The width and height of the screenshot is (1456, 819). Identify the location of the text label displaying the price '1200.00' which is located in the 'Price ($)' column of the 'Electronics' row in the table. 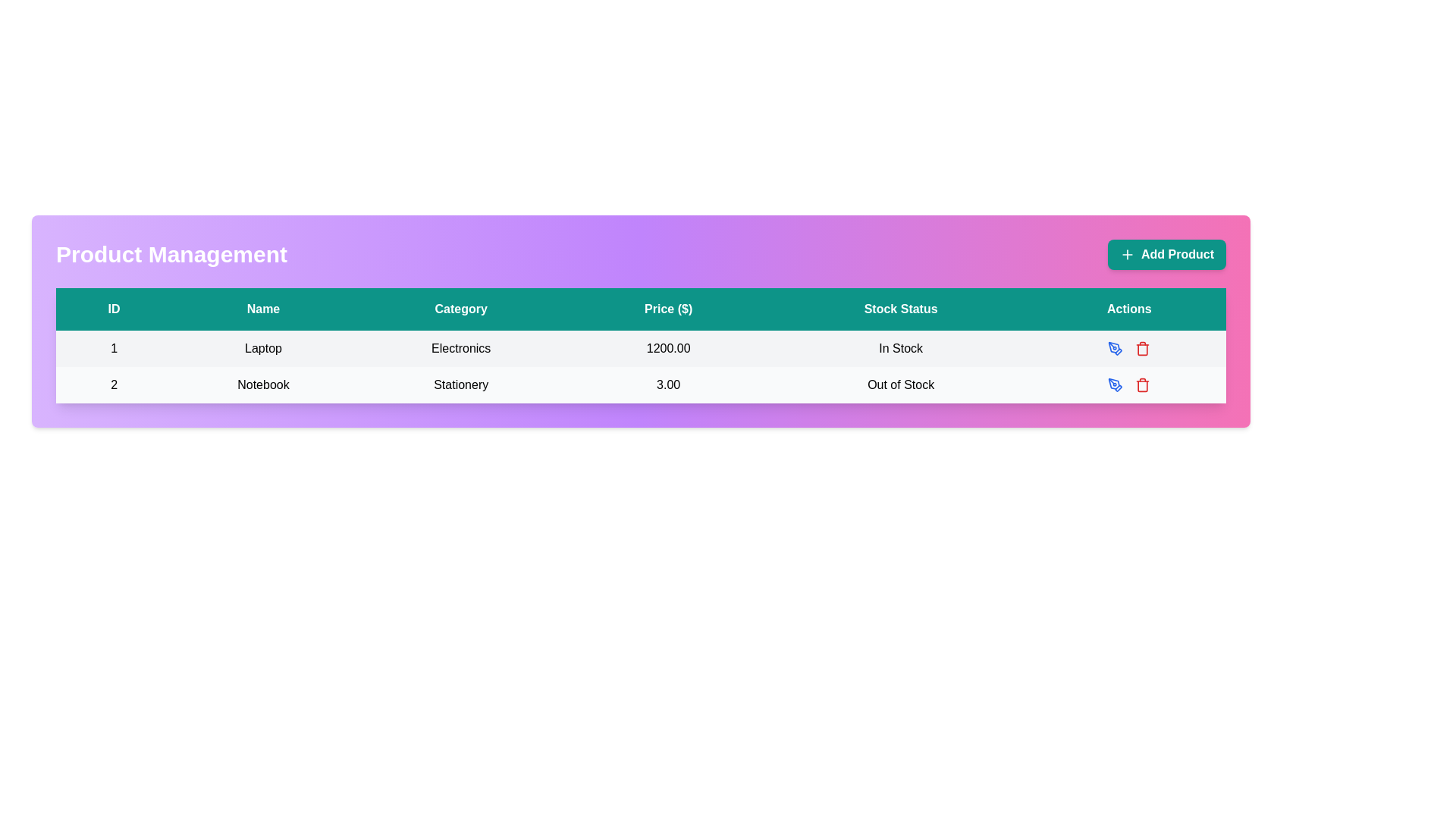
(667, 348).